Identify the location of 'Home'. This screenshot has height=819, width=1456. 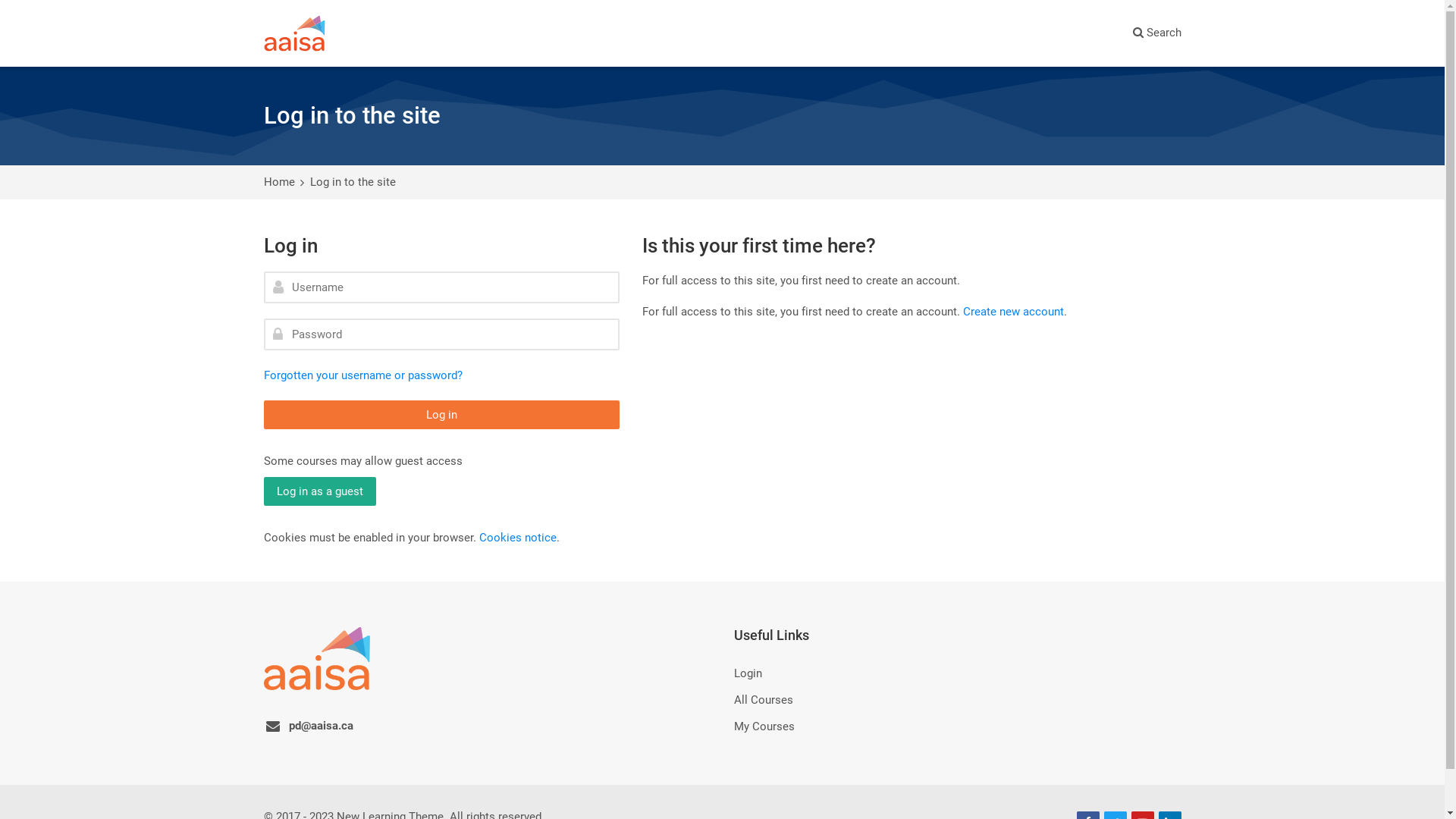
(263, 180).